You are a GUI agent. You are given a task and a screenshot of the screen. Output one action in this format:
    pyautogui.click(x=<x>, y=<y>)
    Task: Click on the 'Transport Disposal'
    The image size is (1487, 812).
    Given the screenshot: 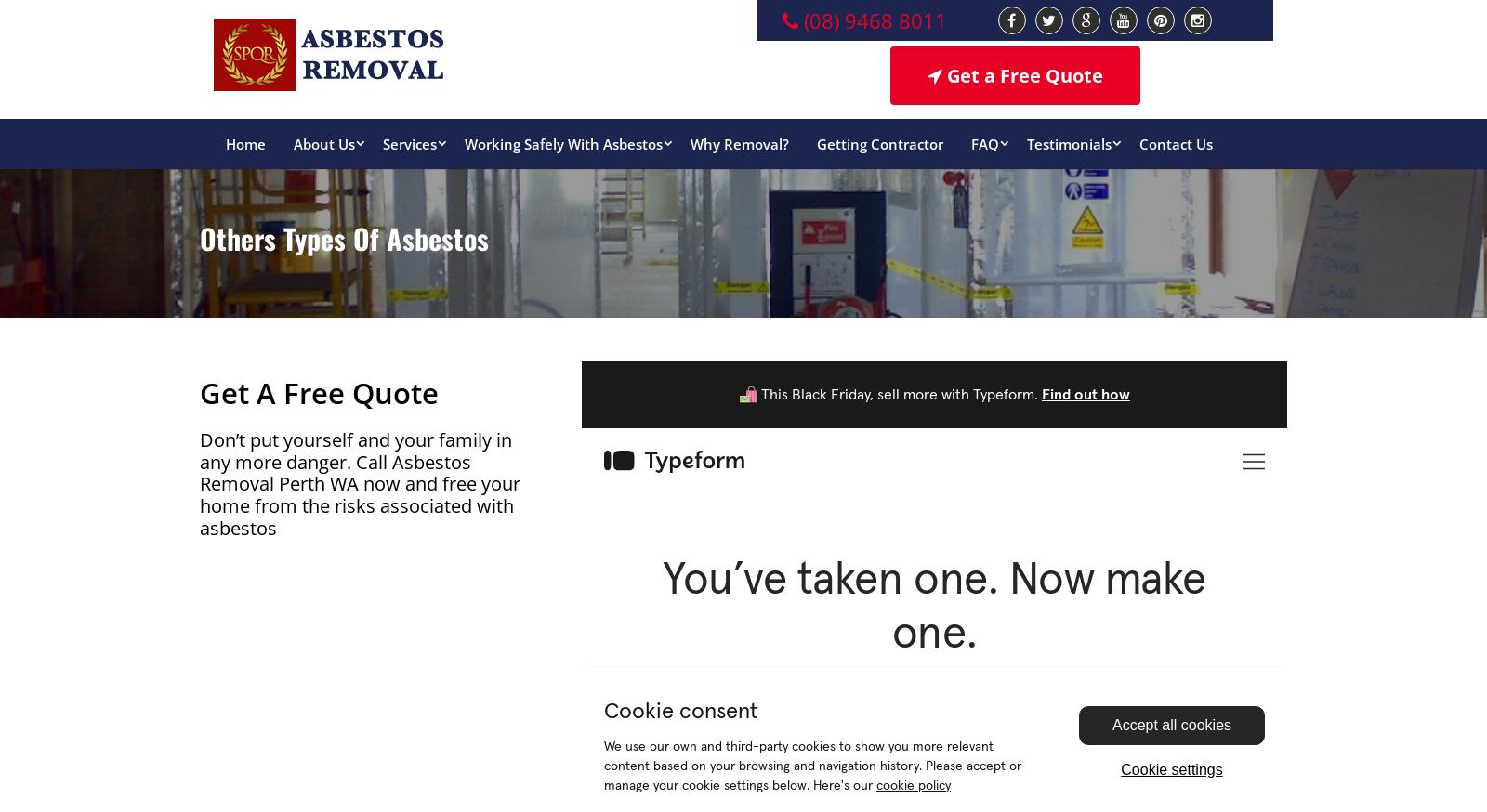 What is the action you would take?
    pyautogui.click(x=482, y=248)
    